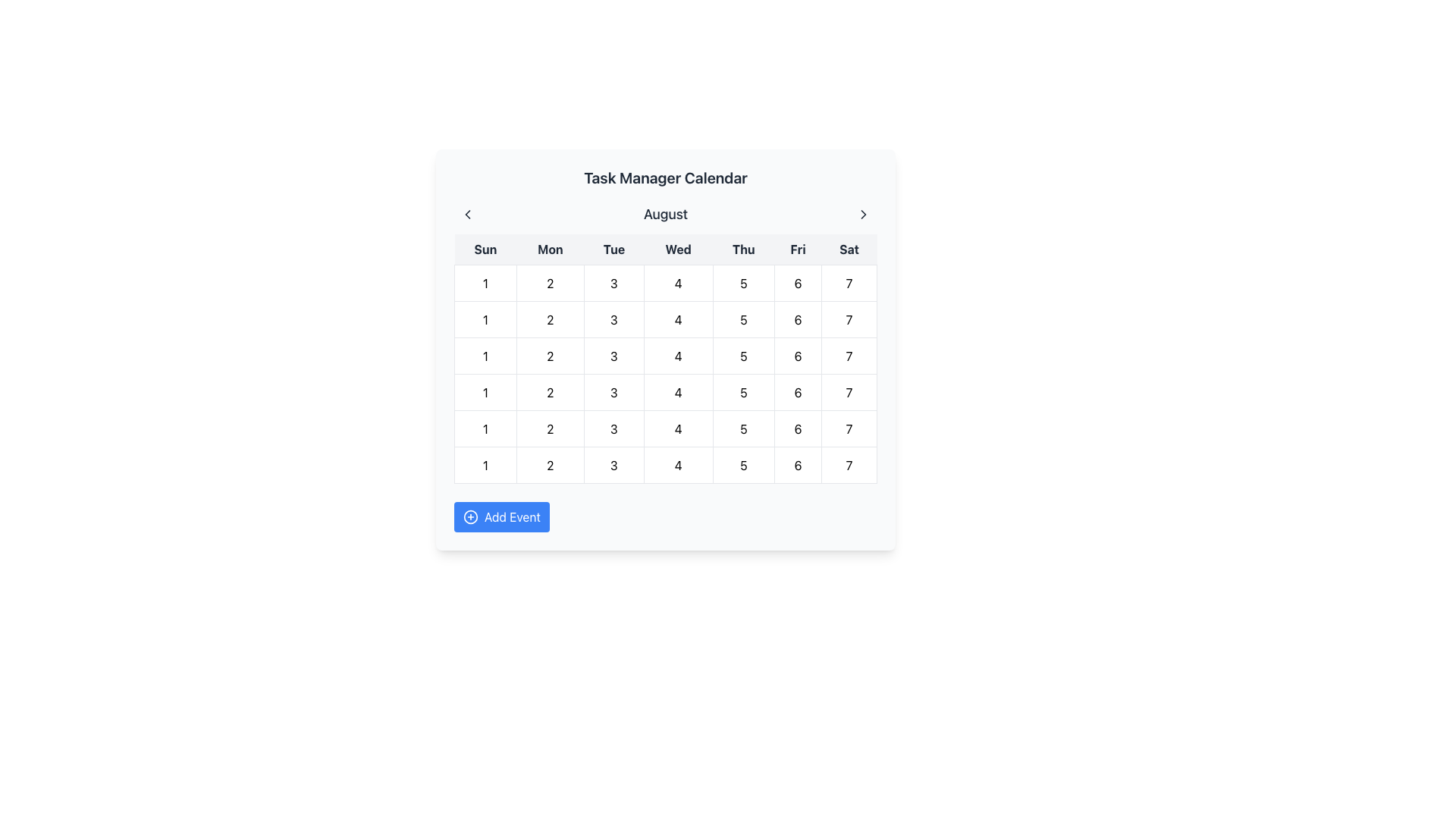 The height and width of the screenshot is (819, 1456). Describe the element at coordinates (849, 464) in the screenshot. I see `the small, square-shaped button displaying the number '7' located in the bottom-right corner of the calendar grid under the 'Saturday' column` at that location.